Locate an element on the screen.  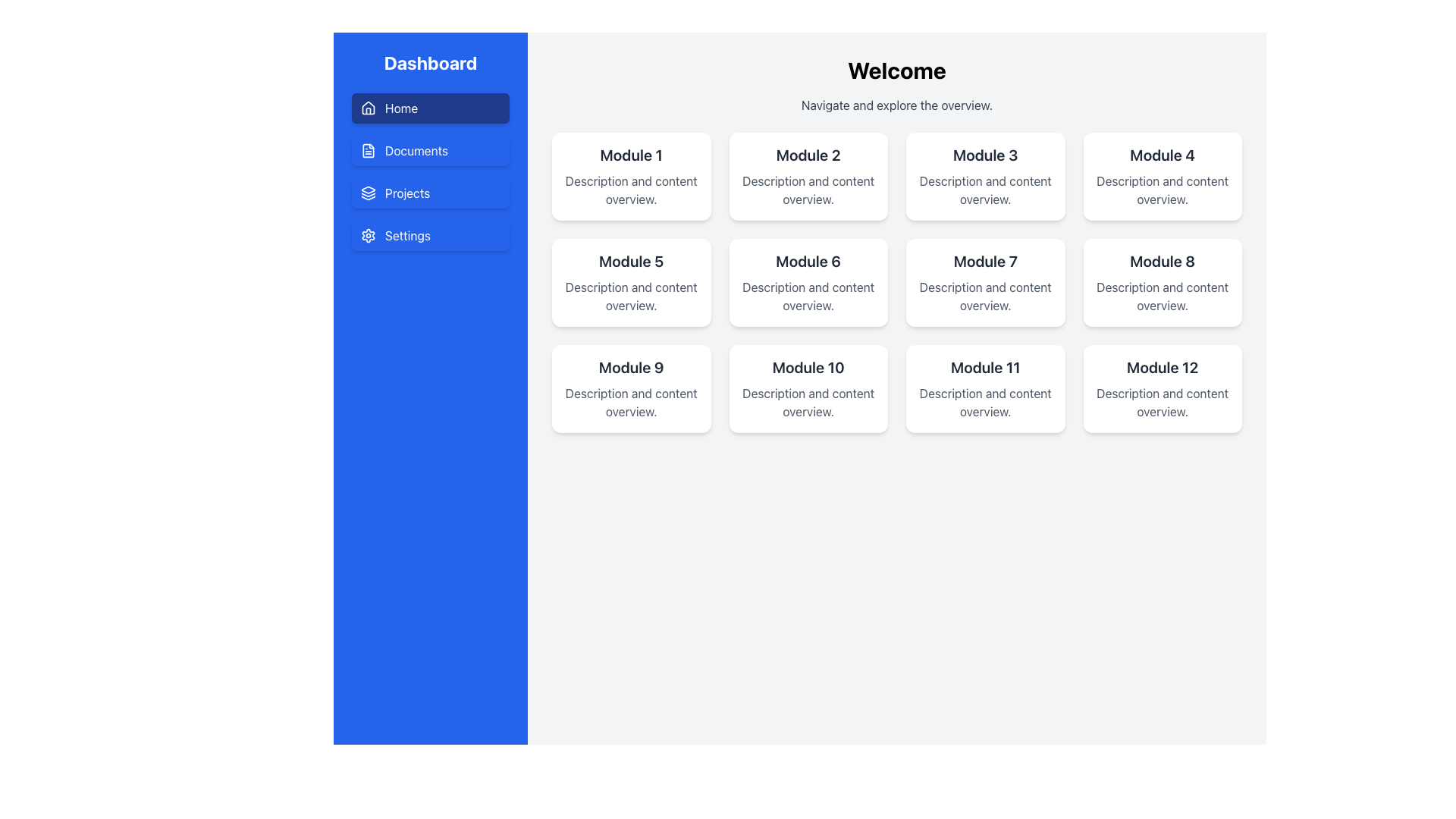
the non-interactive Text content label that displays information related to 'Module 1', located below the title 'Module 1' and centered within the module card is located at coordinates (631, 189).